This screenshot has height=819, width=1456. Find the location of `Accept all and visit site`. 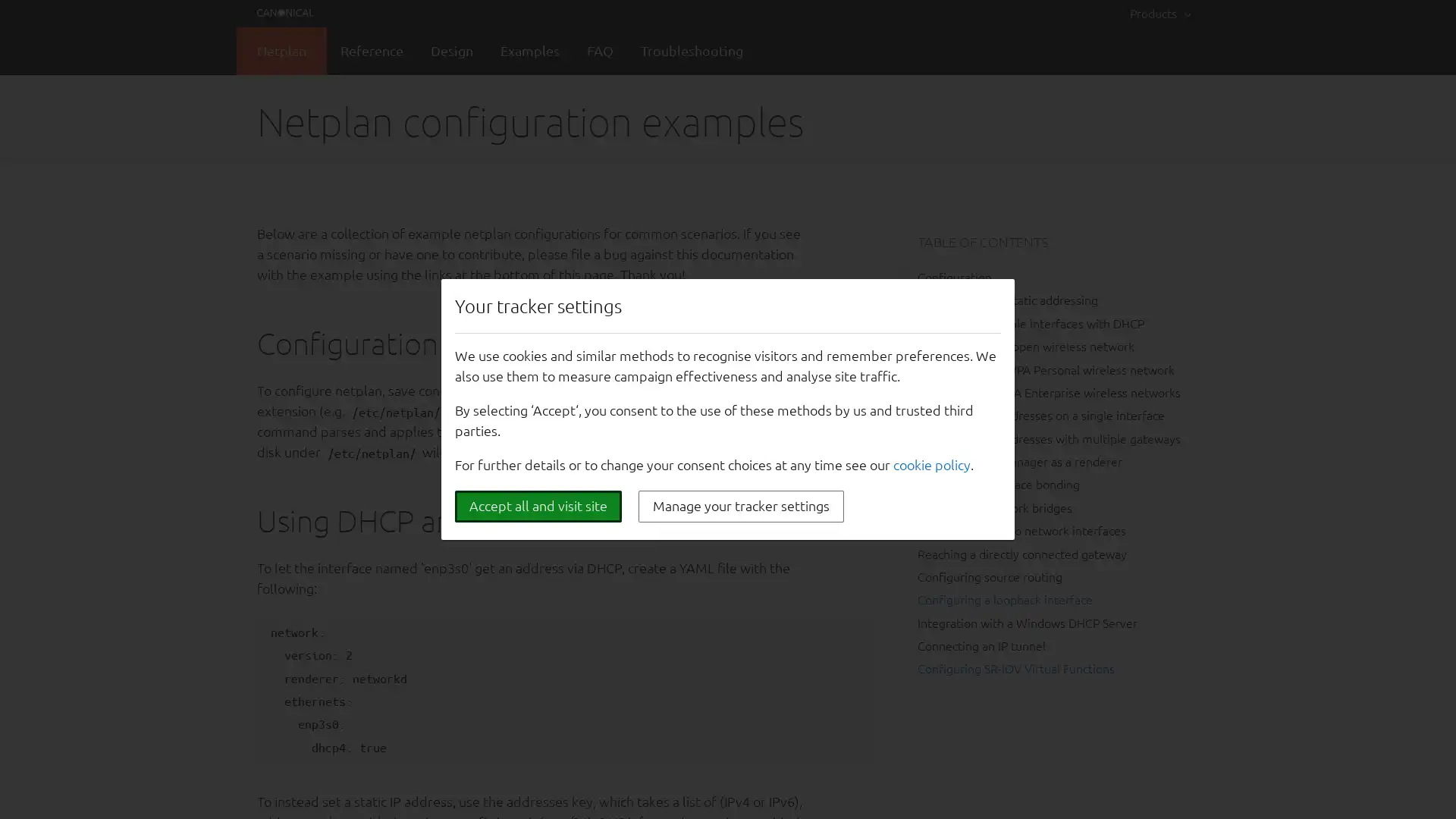

Accept all and visit site is located at coordinates (538, 506).